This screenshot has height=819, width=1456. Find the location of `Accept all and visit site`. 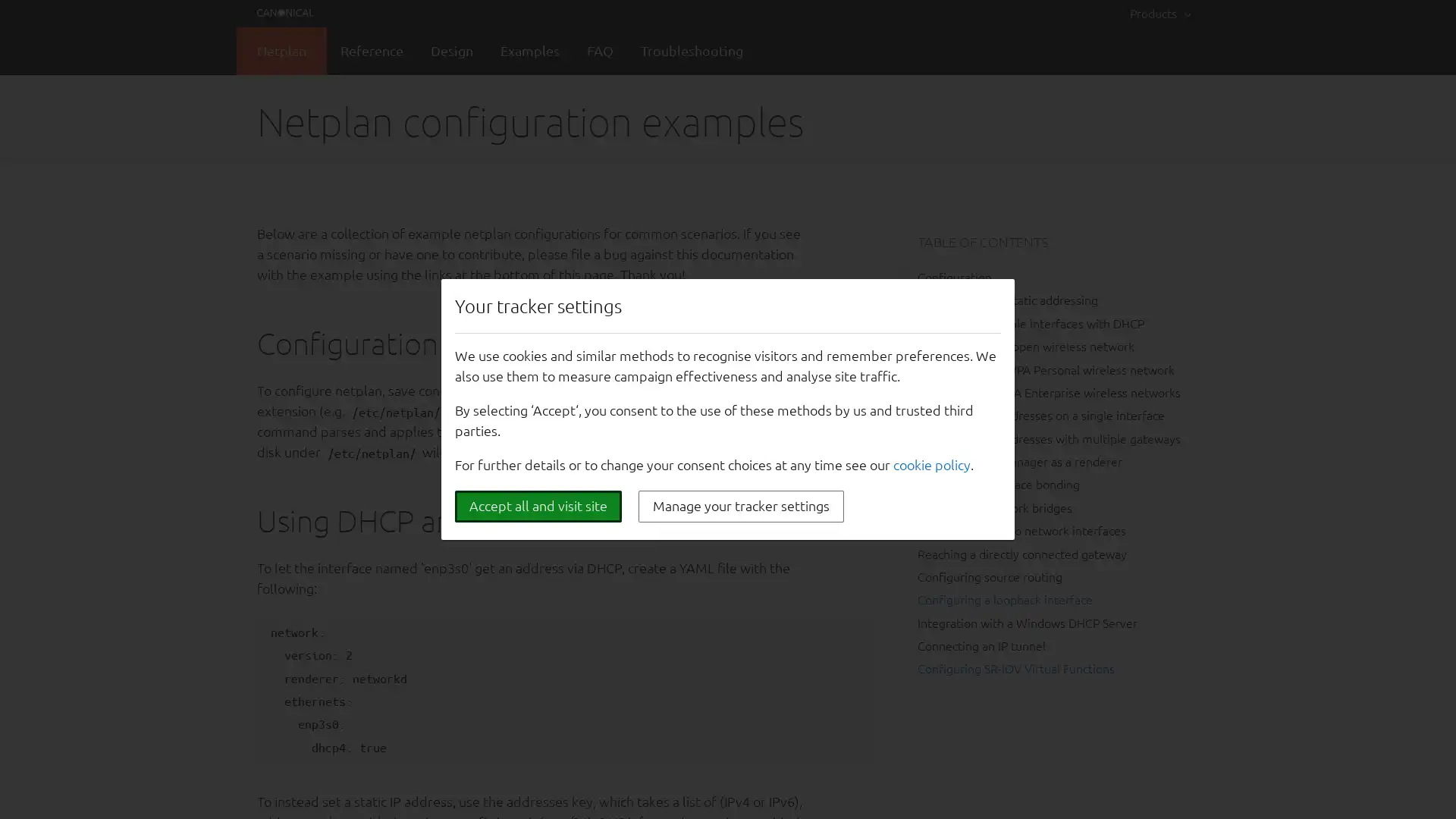

Accept all and visit site is located at coordinates (538, 506).